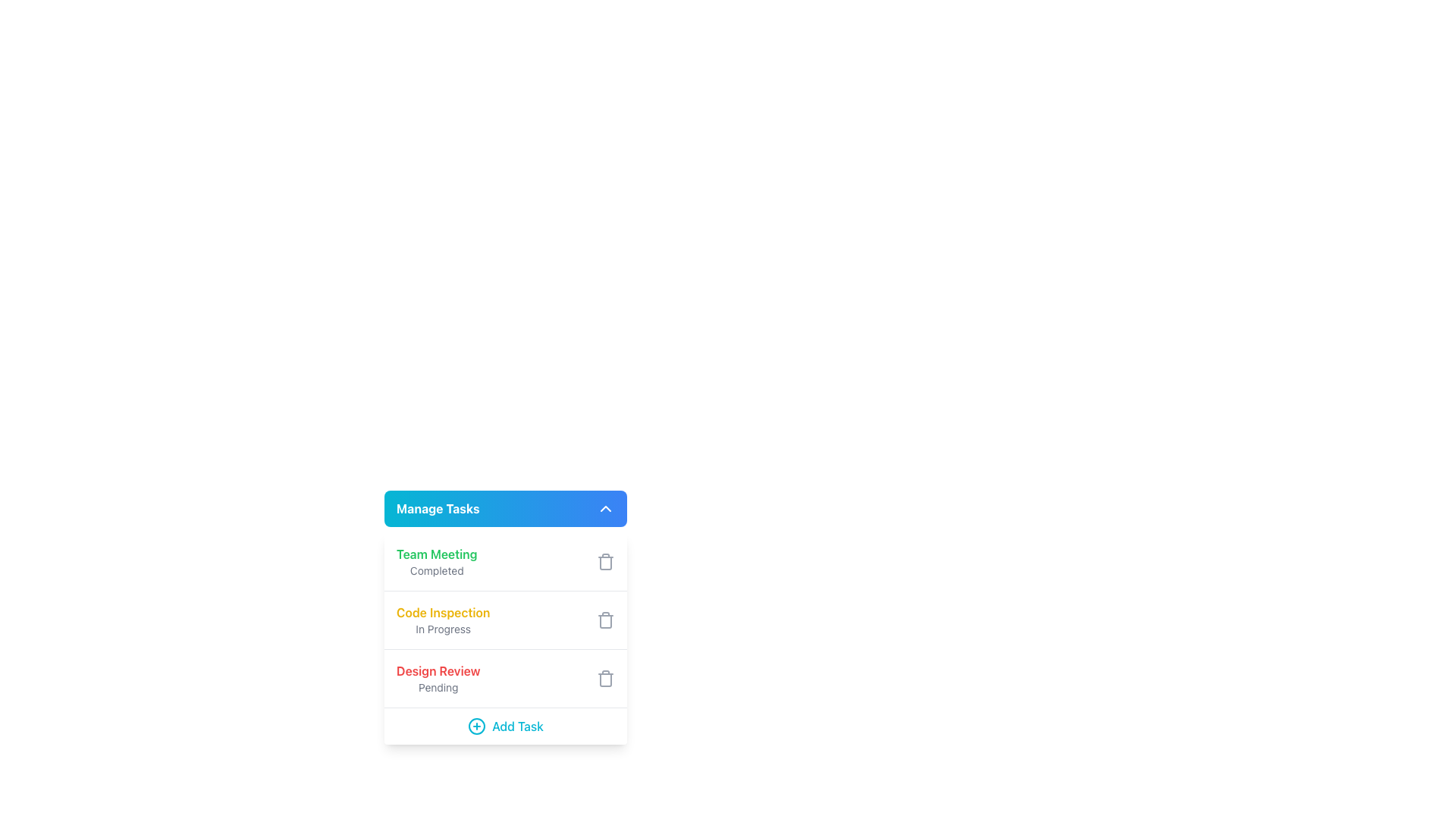 The image size is (1456, 819). I want to click on the 'Manage Tasks' button at the top of the task management interface, so click(506, 509).